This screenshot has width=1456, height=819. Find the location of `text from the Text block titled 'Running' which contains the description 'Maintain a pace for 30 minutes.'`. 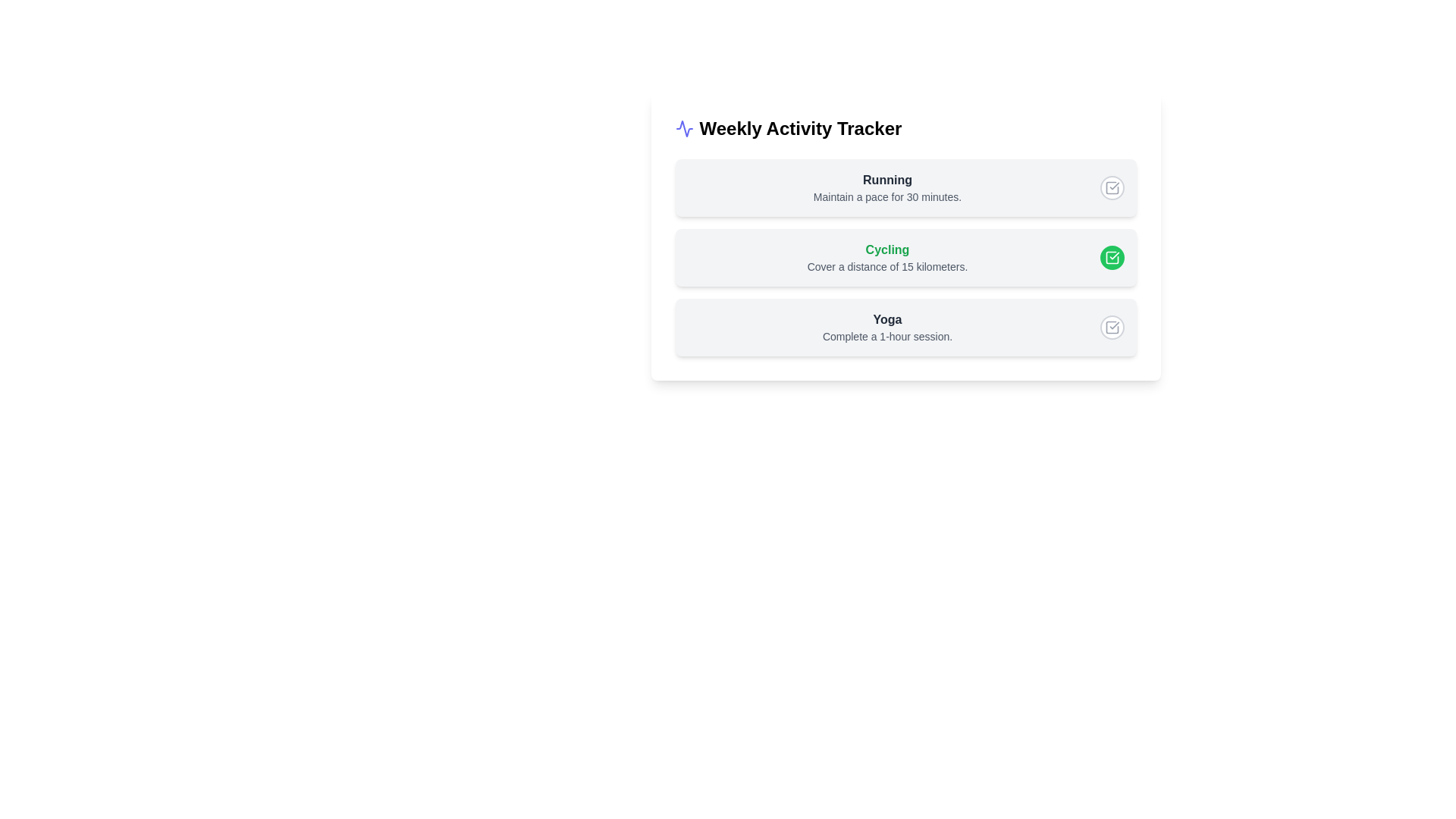

text from the Text block titled 'Running' which contains the description 'Maintain a pace for 30 minutes.' is located at coordinates (887, 187).